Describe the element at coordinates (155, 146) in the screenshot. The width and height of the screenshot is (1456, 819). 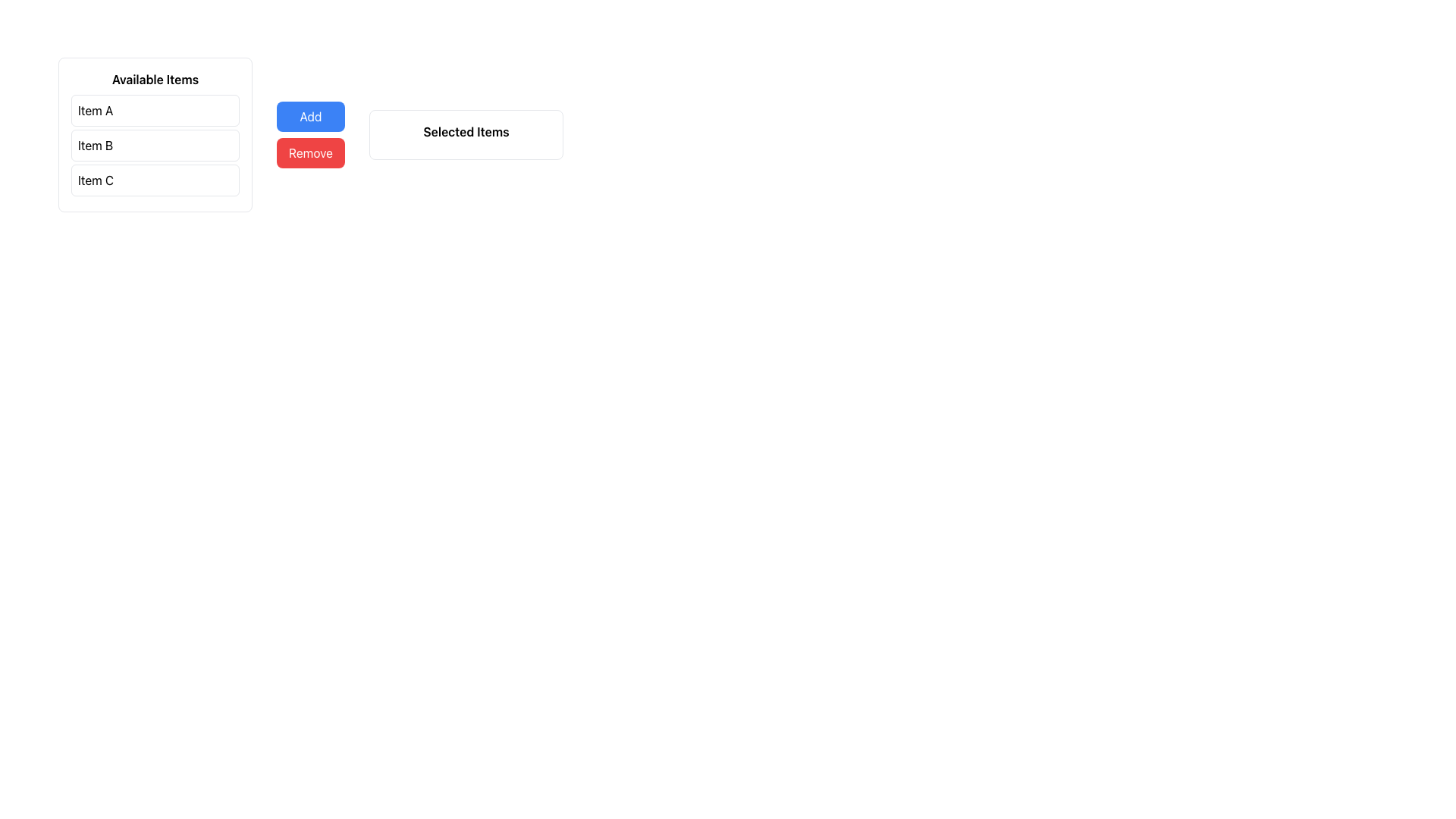
I see `to select the second item, 'Item B', in the 'Available Items' list located on the left side of the interface` at that location.